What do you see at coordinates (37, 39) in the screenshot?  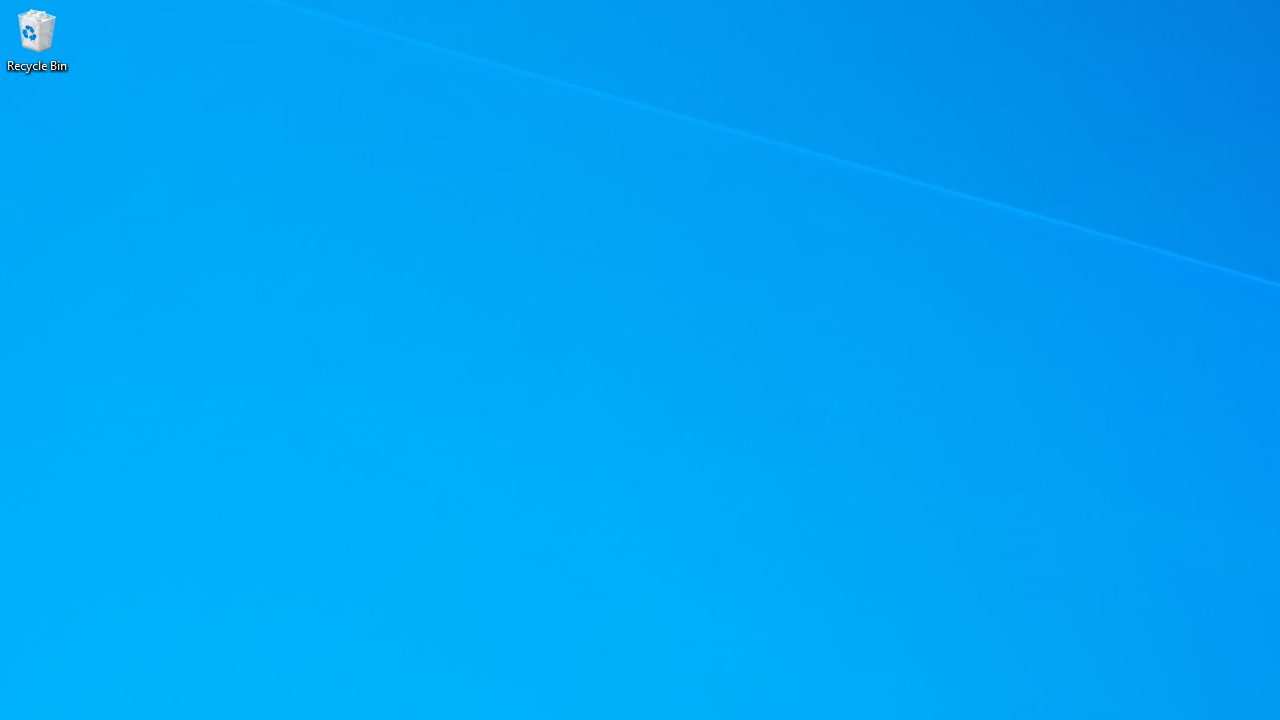 I see `'Recycle Bin'` at bounding box center [37, 39].